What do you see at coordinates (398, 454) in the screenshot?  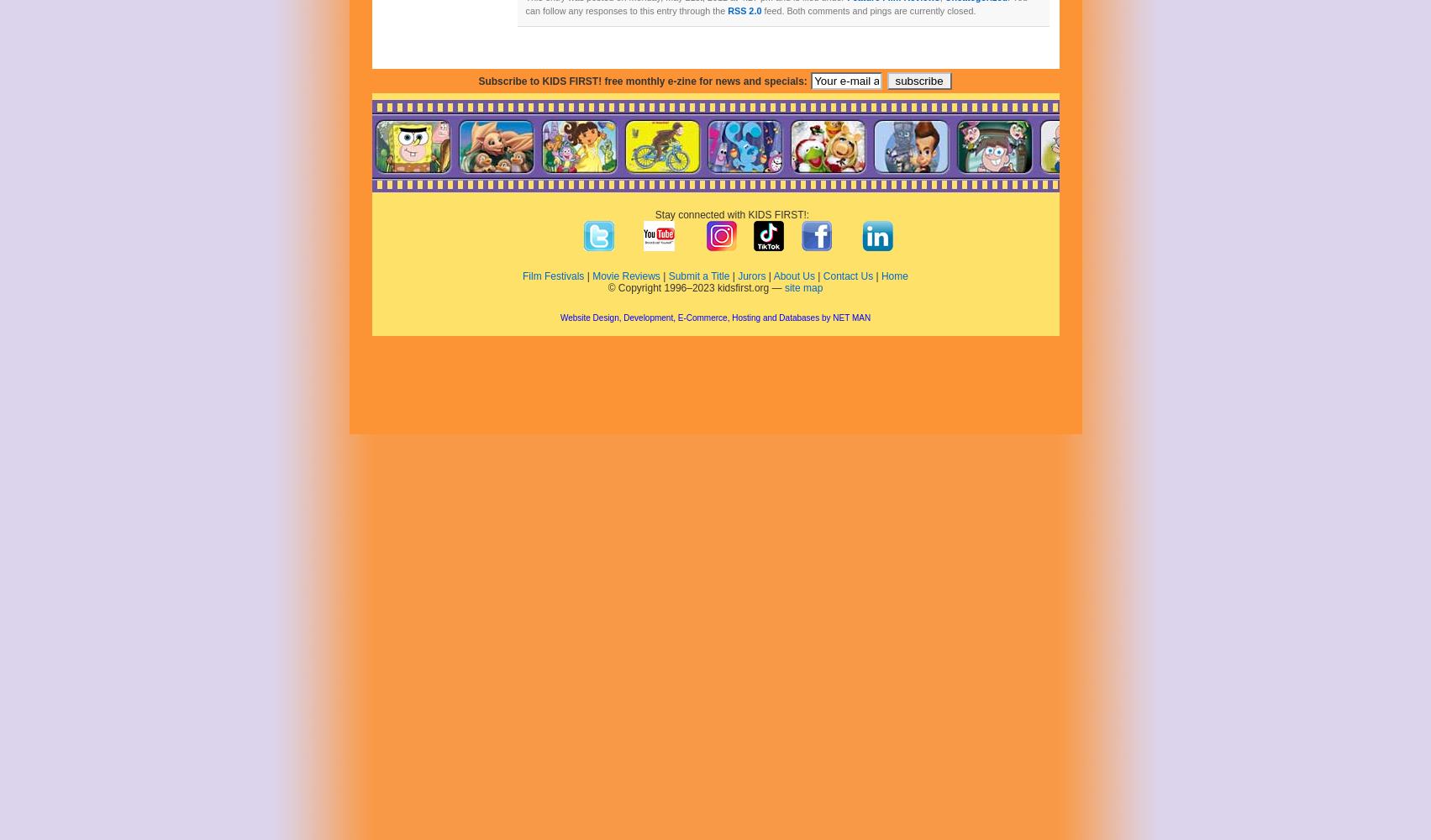 I see `'January 2020'` at bounding box center [398, 454].